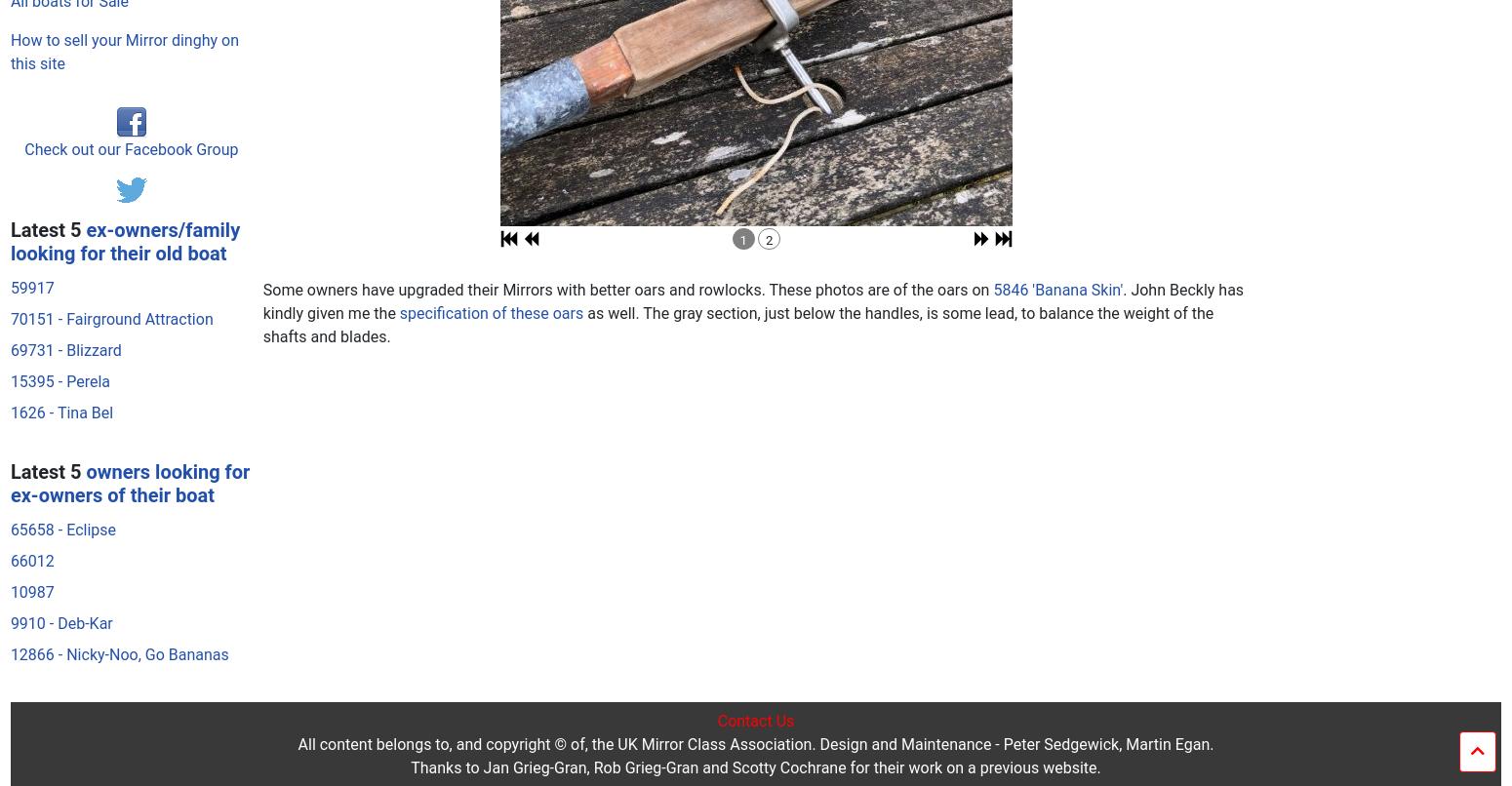 The image size is (1512, 786). What do you see at coordinates (30, 213) in the screenshot?
I see `'10987'` at bounding box center [30, 213].